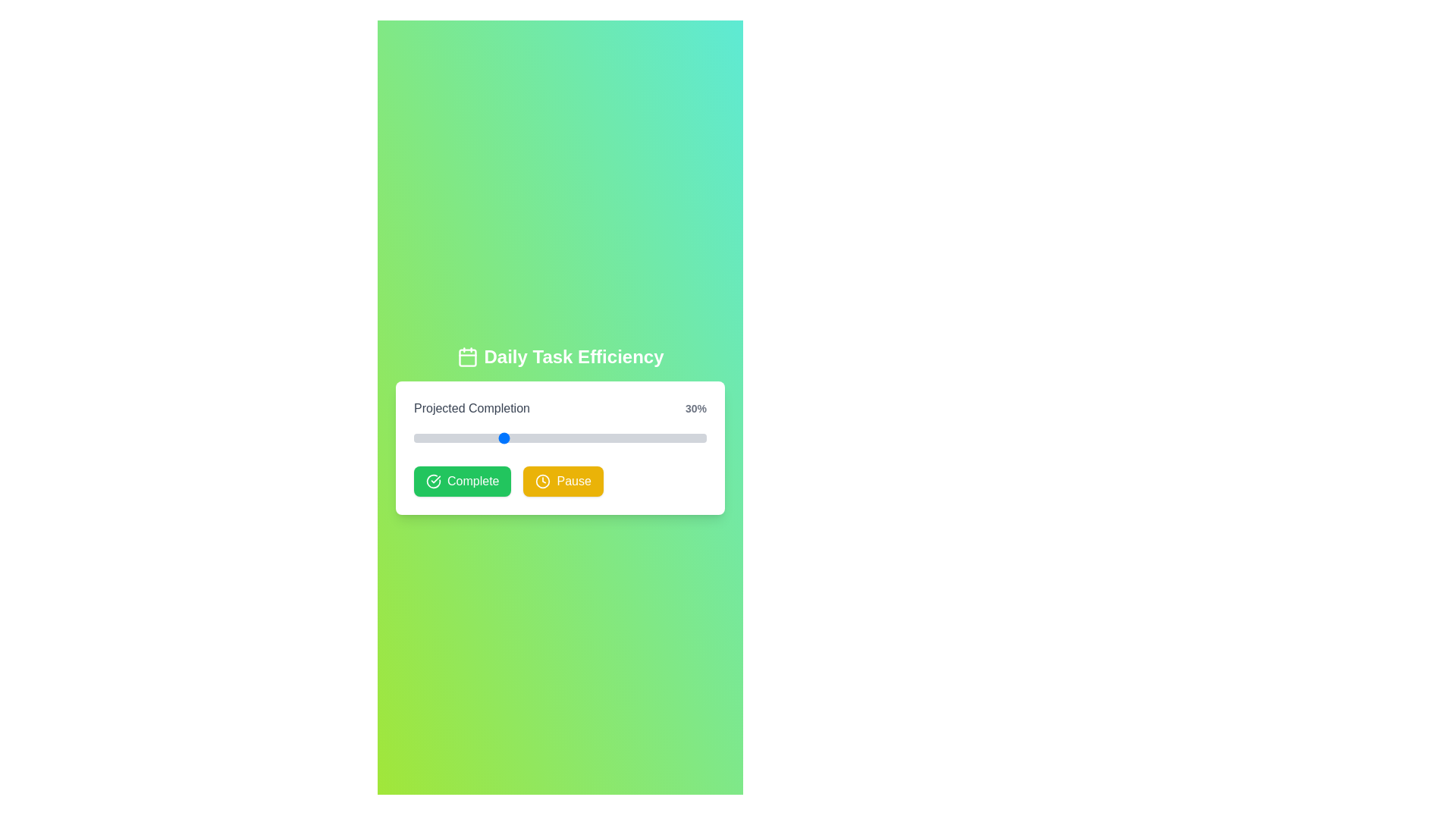 This screenshot has width=1456, height=819. Describe the element at coordinates (685, 438) in the screenshot. I see `the slider to set the progress to 93%` at that location.